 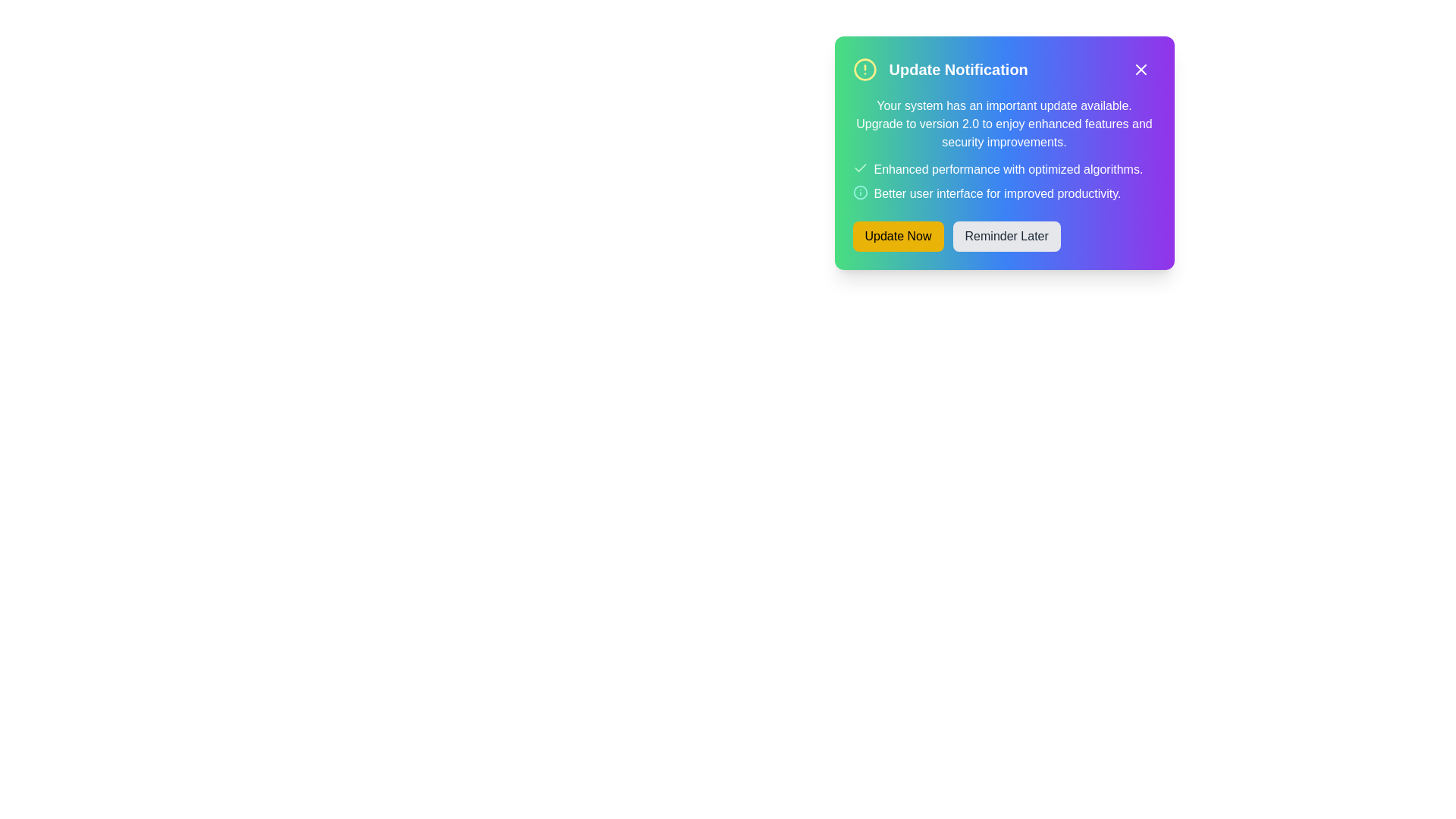 I want to click on text from the 'Update Notification' label, which is a bold, large white font text on a gradient background, so click(x=958, y=70).